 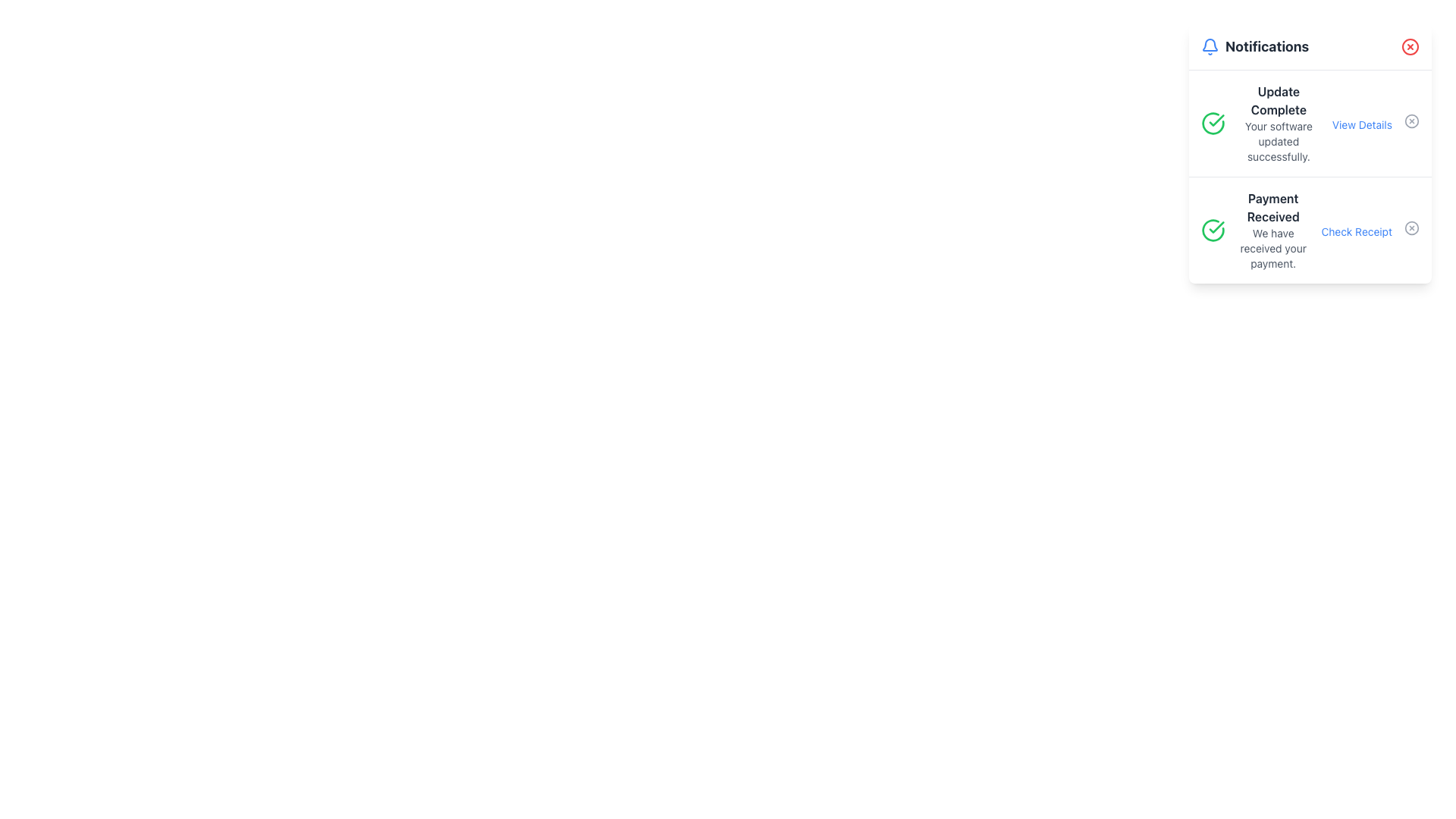 What do you see at coordinates (1376, 122) in the screenshot?
I see `the text link 'View Details' located to the right of the 'Update Complete' notification` at bounding box center [1376, 122].